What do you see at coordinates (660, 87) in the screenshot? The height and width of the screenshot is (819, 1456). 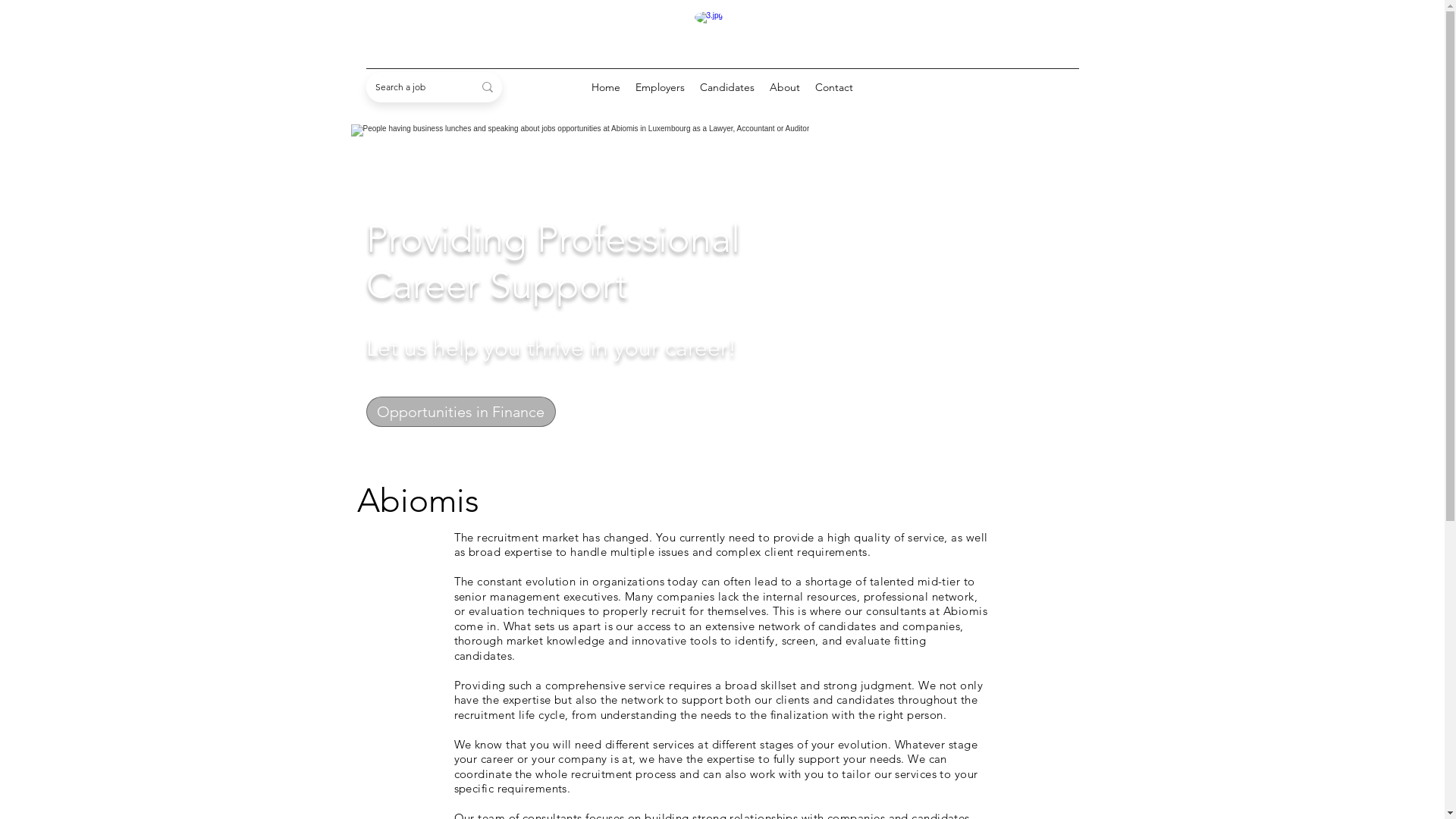 I see `'Employers'` at bounding box center [660, 87].